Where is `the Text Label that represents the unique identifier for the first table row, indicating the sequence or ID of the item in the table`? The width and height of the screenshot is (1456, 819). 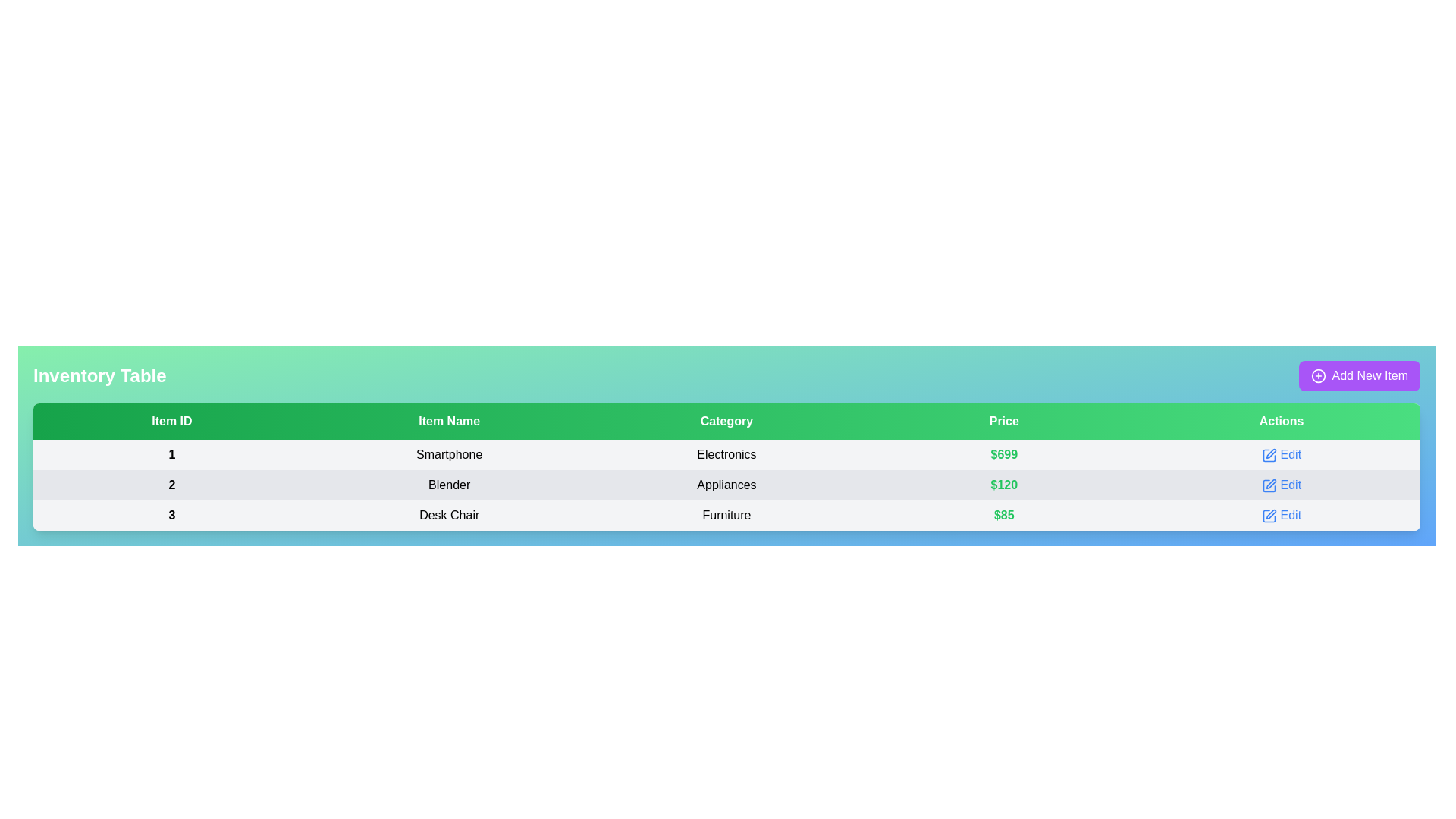
the Text Label that represents the unique identifier for the first table row, indicating the sequence or ID of the item in the table is located at coordinates (171, 454).